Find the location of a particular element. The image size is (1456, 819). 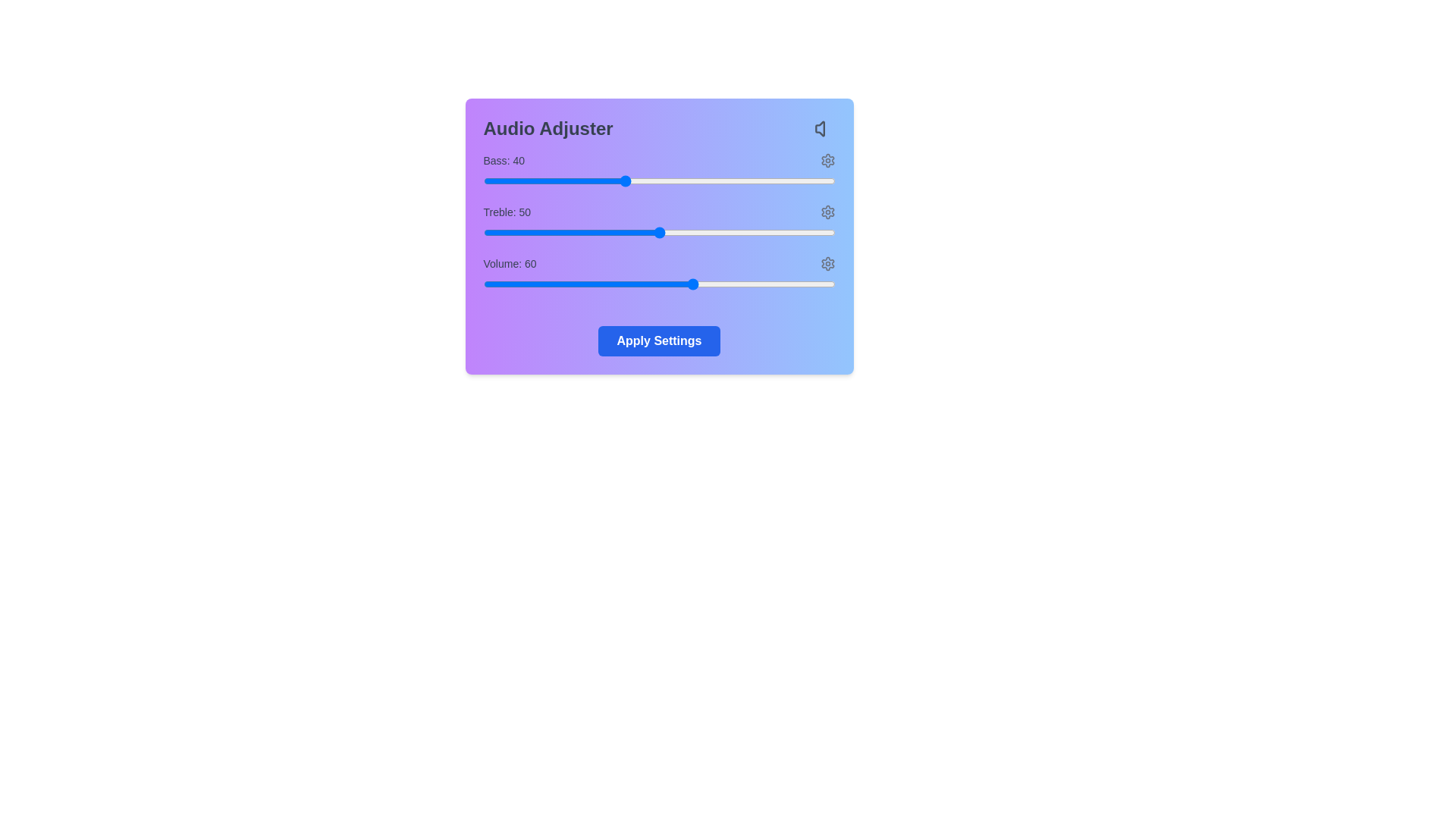

the treble level is located at coordinates (605, 233).